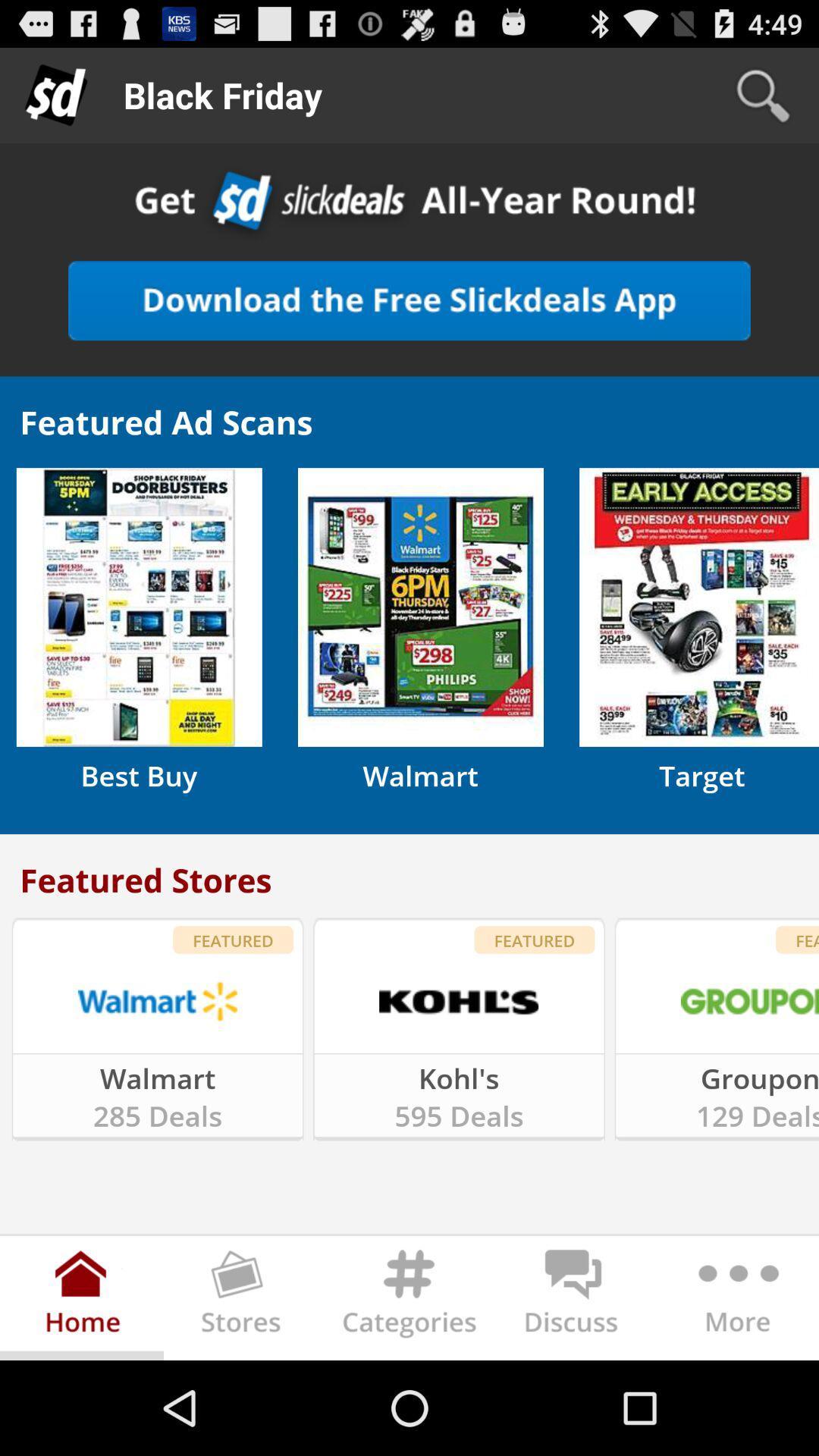 The height and width of the screenshot is (1456, 819). What do you see at coordinates (409, 1301) in the screenshot?
I see `click on categories` at bounding box center [409, 1301].